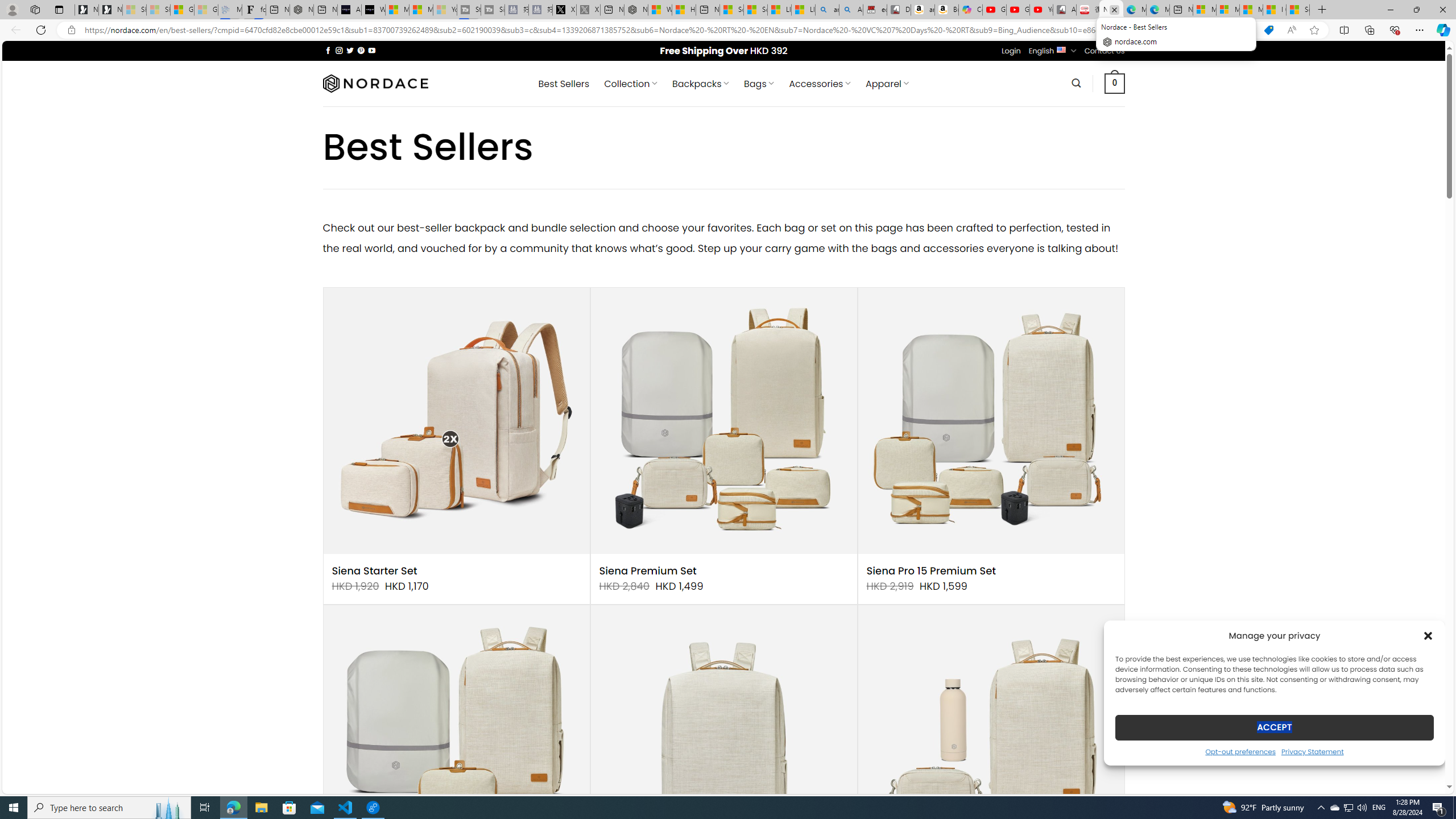  Describe the element at coordinates (35, 9) in the screenshot. I see `'Workspaces'` at that location.